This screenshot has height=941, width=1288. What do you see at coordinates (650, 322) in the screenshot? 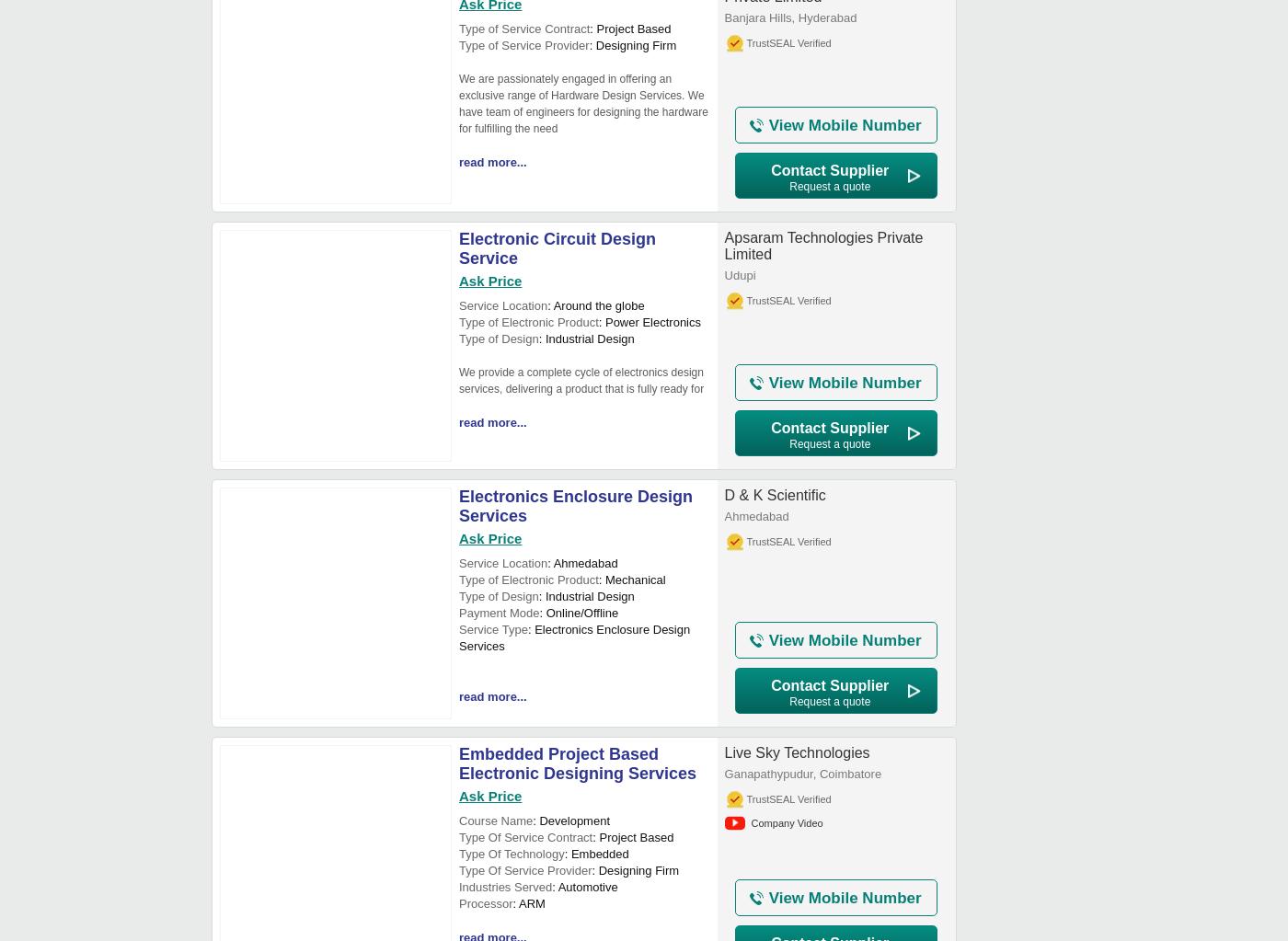
I see `':  Power Electronics'` at bounding box center [650, 322].